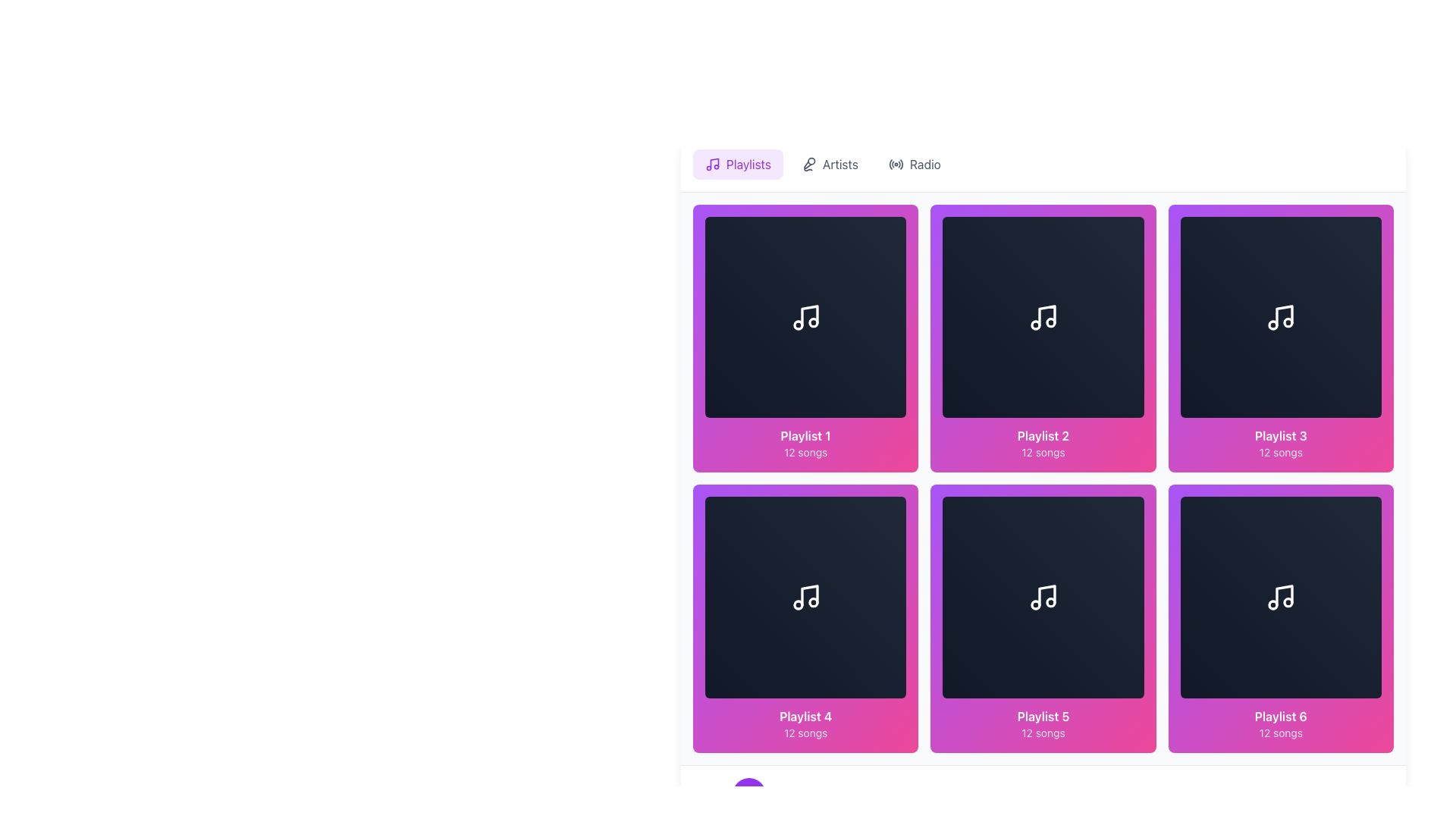  Describe the element at coordinates (1034, 604) in the screenshot. I see `the decorative SVG circle element within the 'Playlist 5' card, which is part of the musical note icon` at that location.